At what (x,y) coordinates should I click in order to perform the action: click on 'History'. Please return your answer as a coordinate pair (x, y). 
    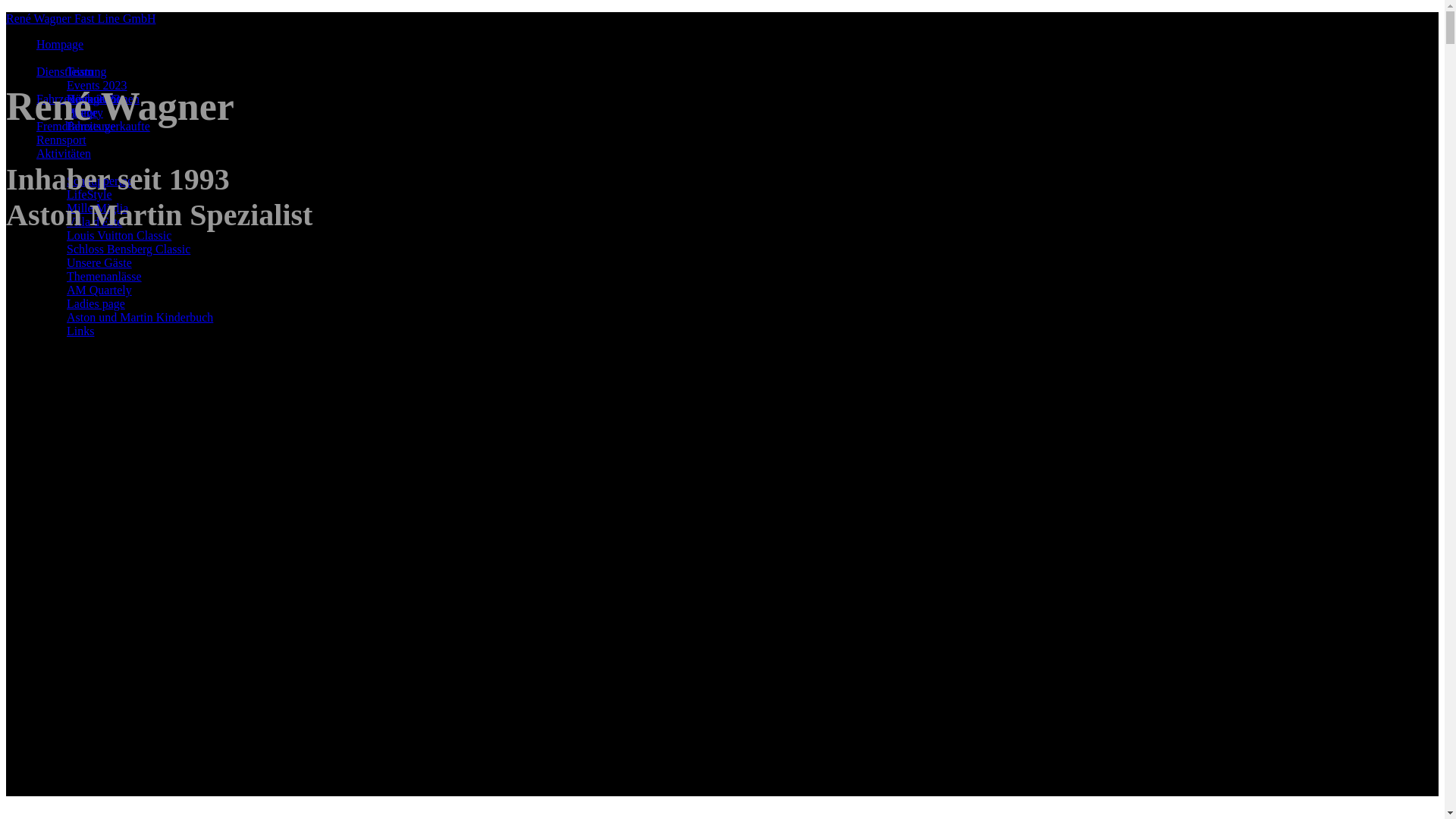
    Looking at the image, I should click on (83, 111).